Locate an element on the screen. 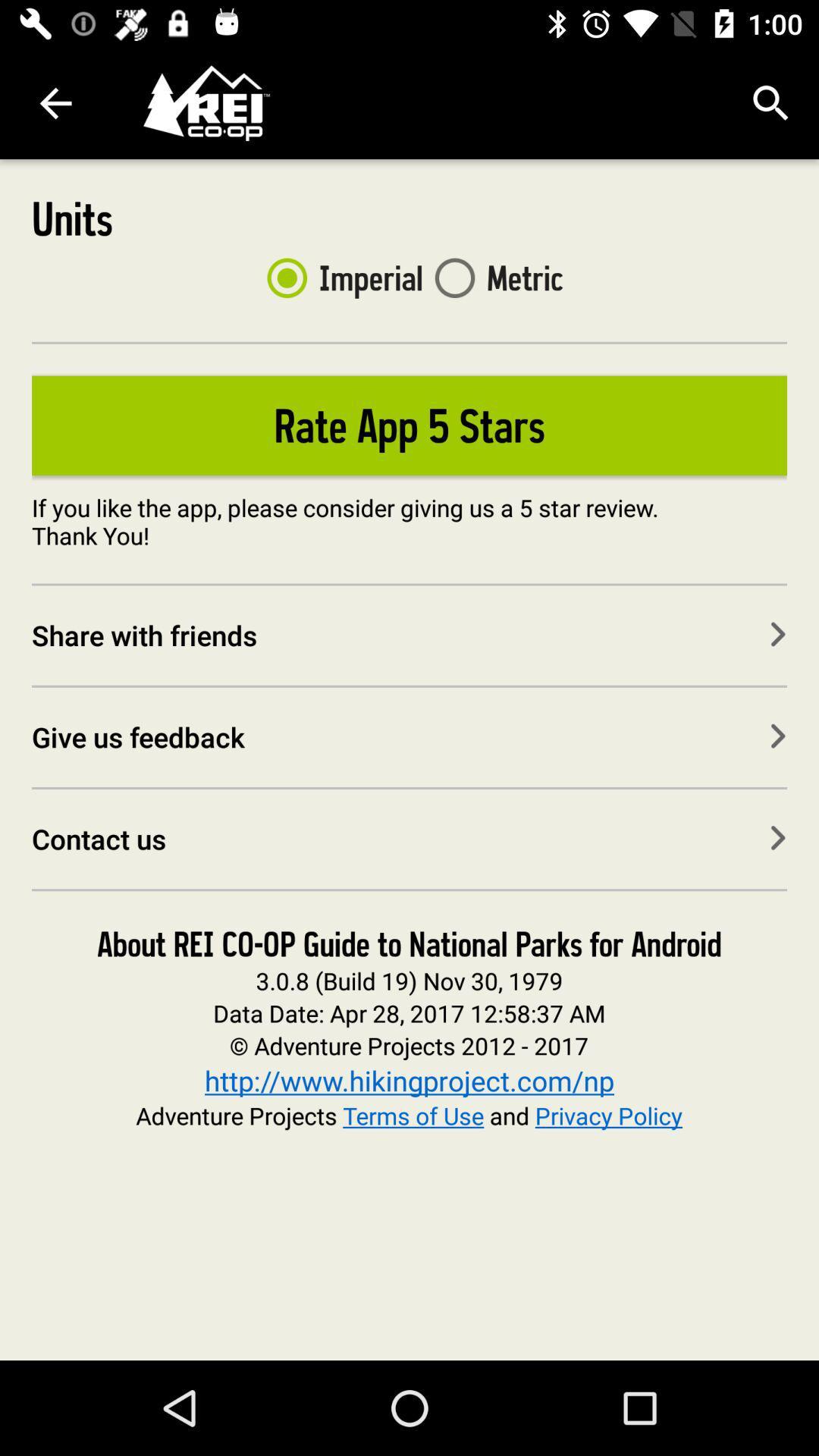 The width and height of the screenshot is (819, 1456). item below the adventure projects 2012 icon is located at coordinates (409, 1080).